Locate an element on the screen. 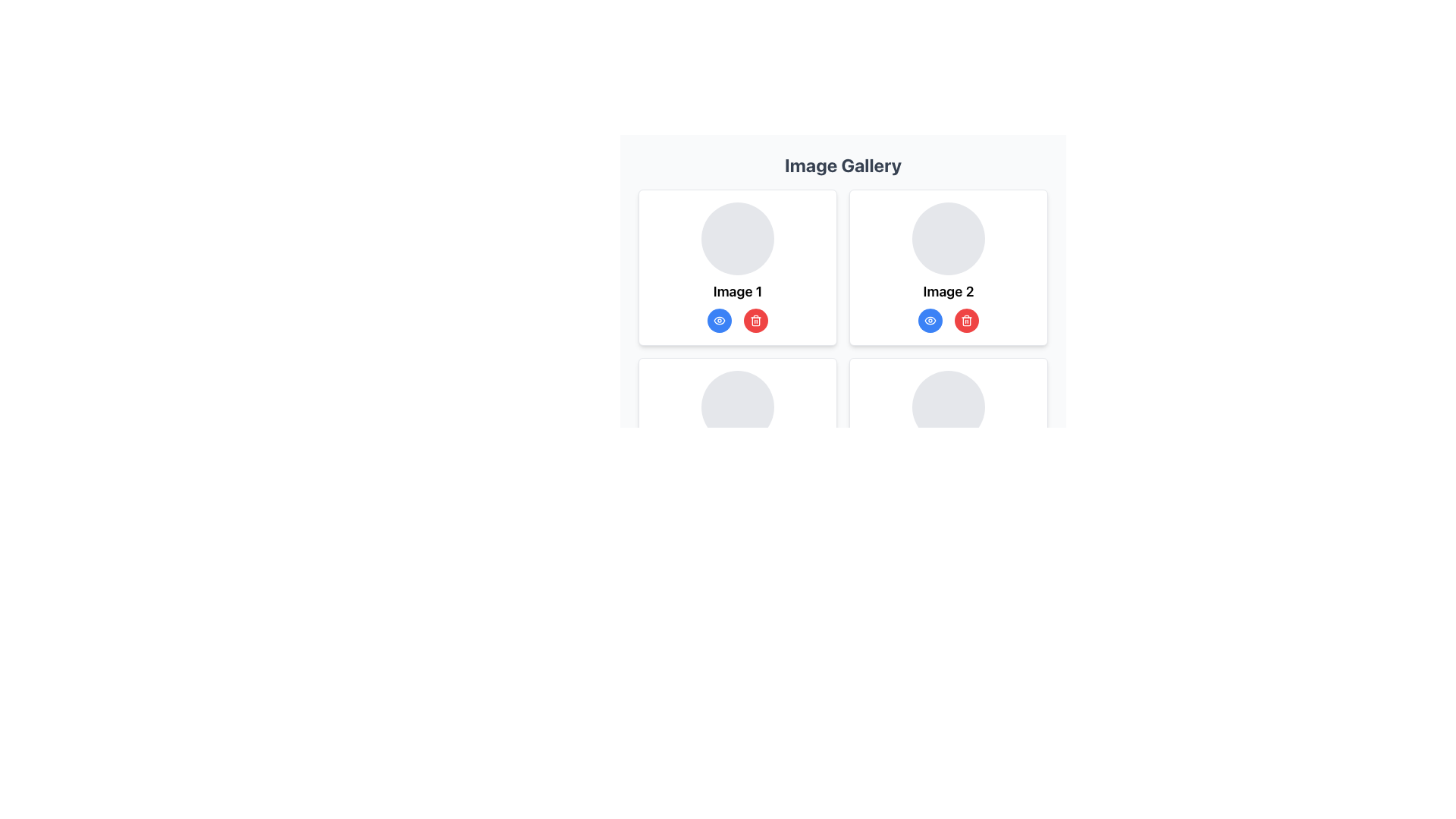  the text label that states 'Image 2', which is styled with a larger, bold font and is positioned below a rounded gray placeholder image is located at coordinates (948, 292).